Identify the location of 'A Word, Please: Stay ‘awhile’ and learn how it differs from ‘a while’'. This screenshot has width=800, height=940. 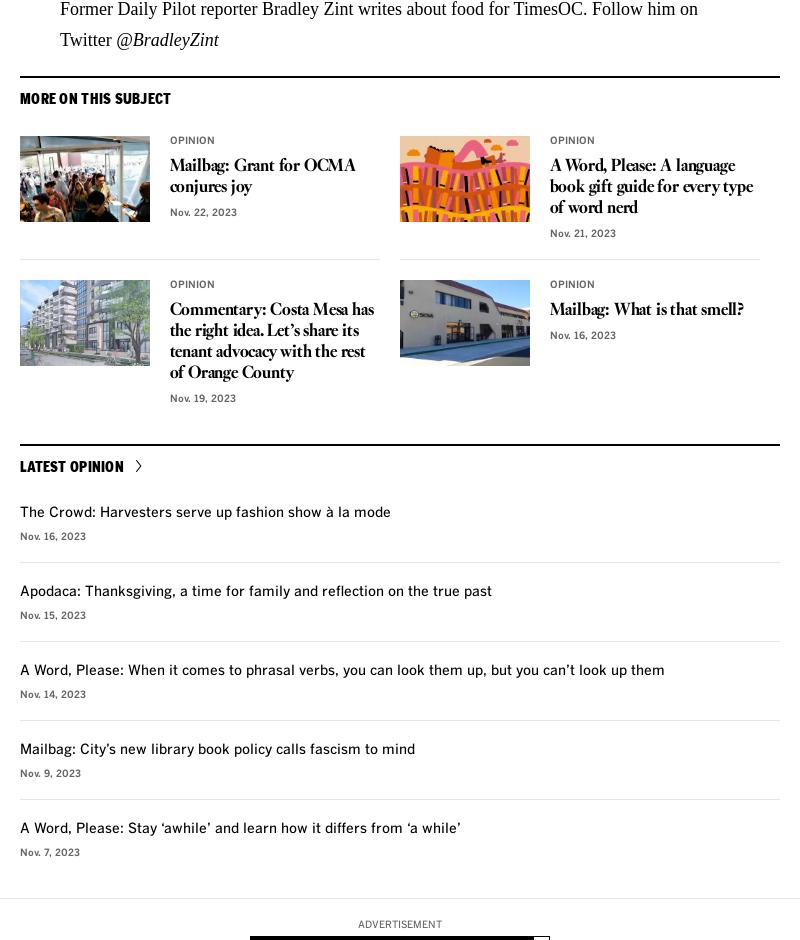
(239, 827).